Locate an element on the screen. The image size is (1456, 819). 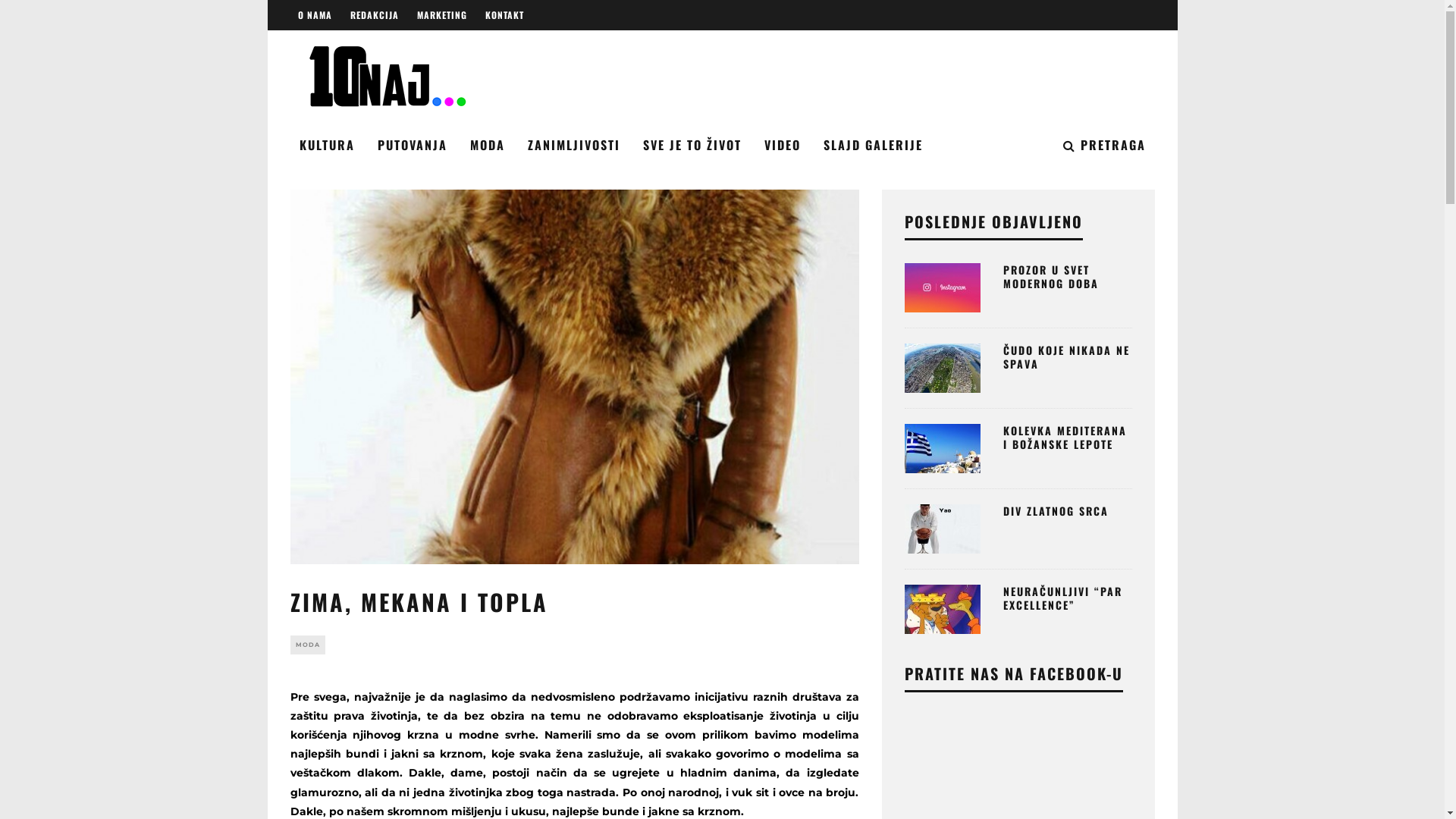
'SLAJD GALERIJE' is located at coordinates (873, 145).